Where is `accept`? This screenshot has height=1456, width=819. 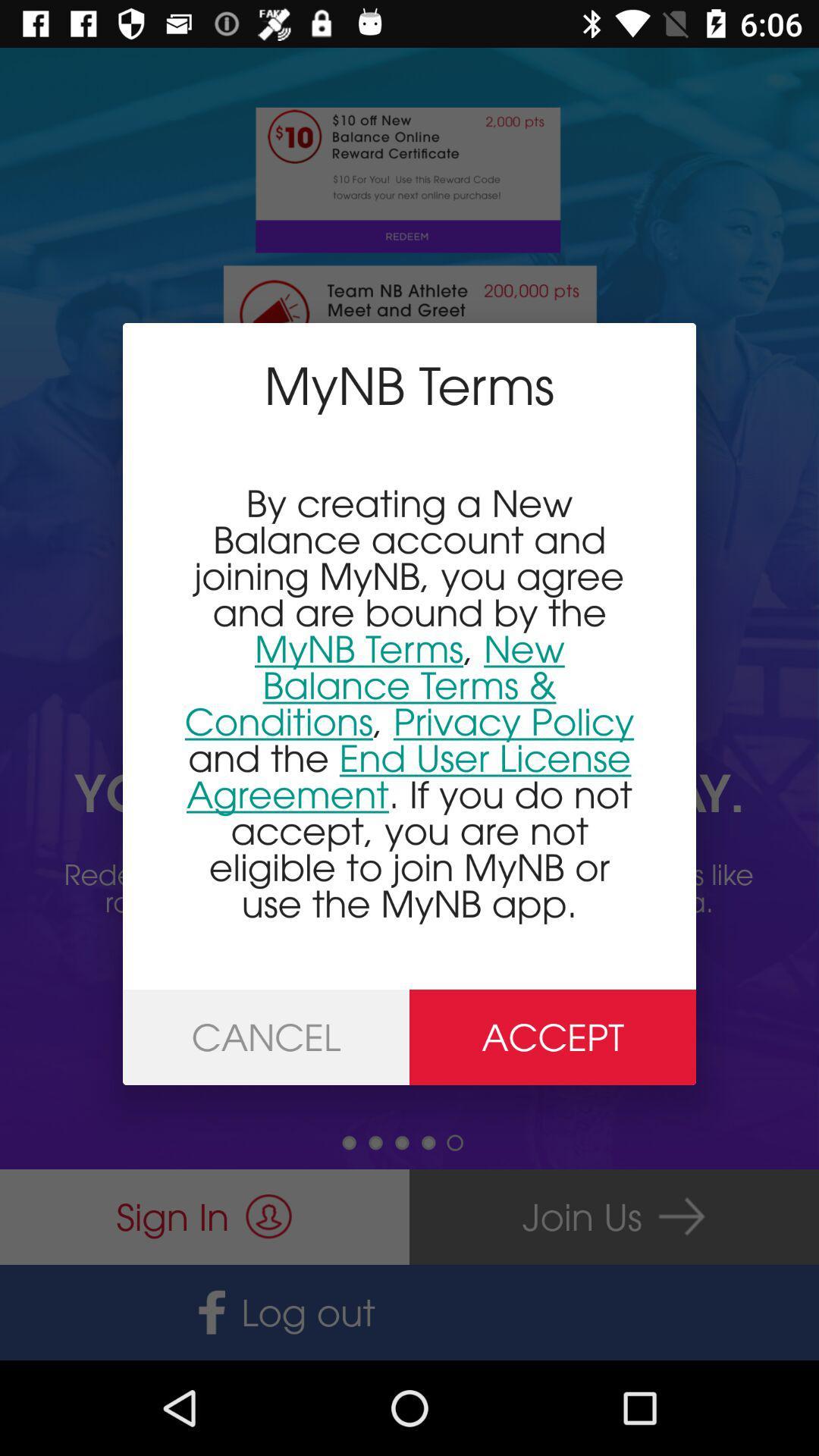 accept is located at coordinates (553, 1037).